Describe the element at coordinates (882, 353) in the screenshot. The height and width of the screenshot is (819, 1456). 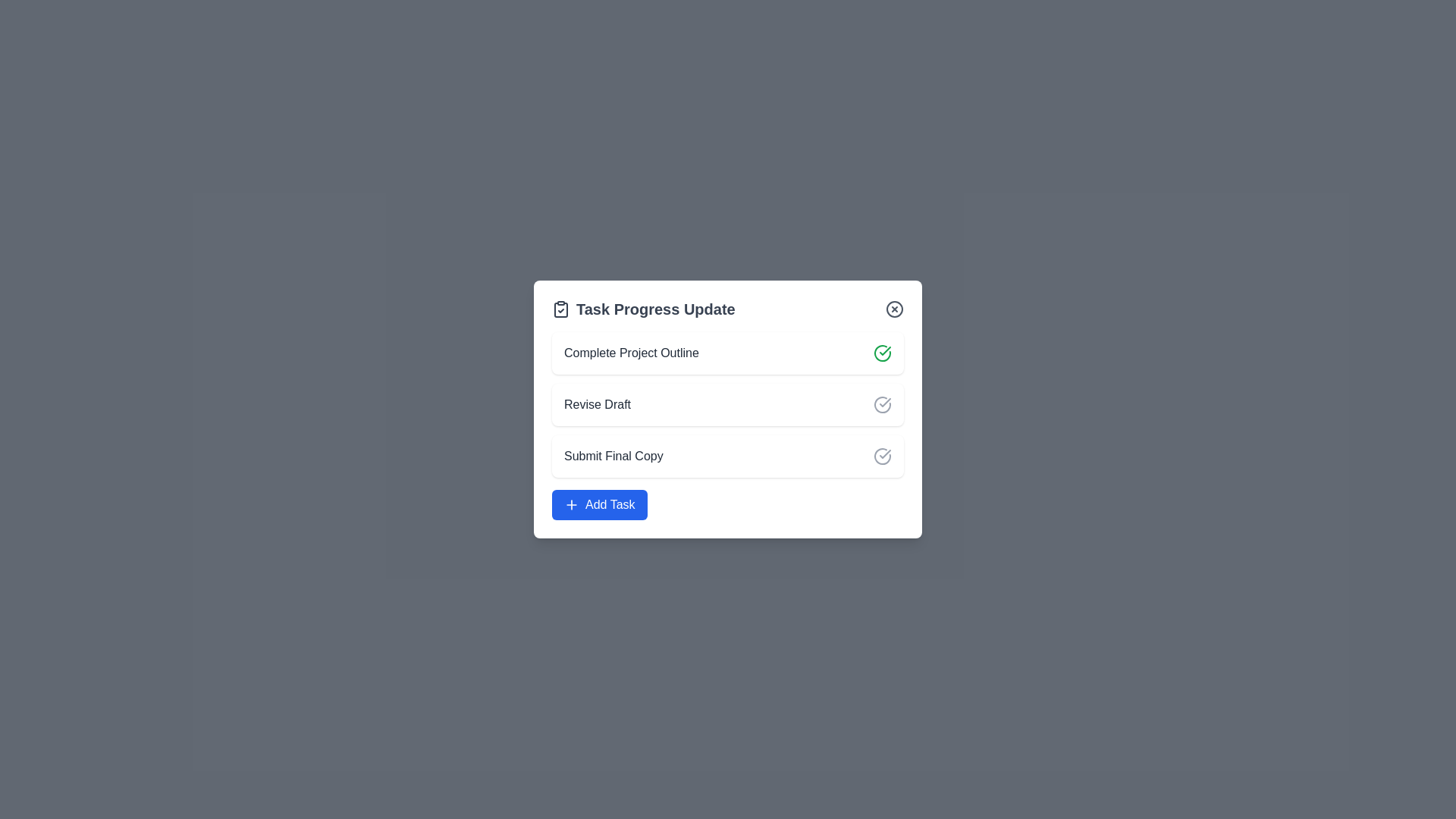
I see `the icon indicating the completion of the task 'Complete Project Outline' in the dialog box titled 'Task Progress Update'` at that location.